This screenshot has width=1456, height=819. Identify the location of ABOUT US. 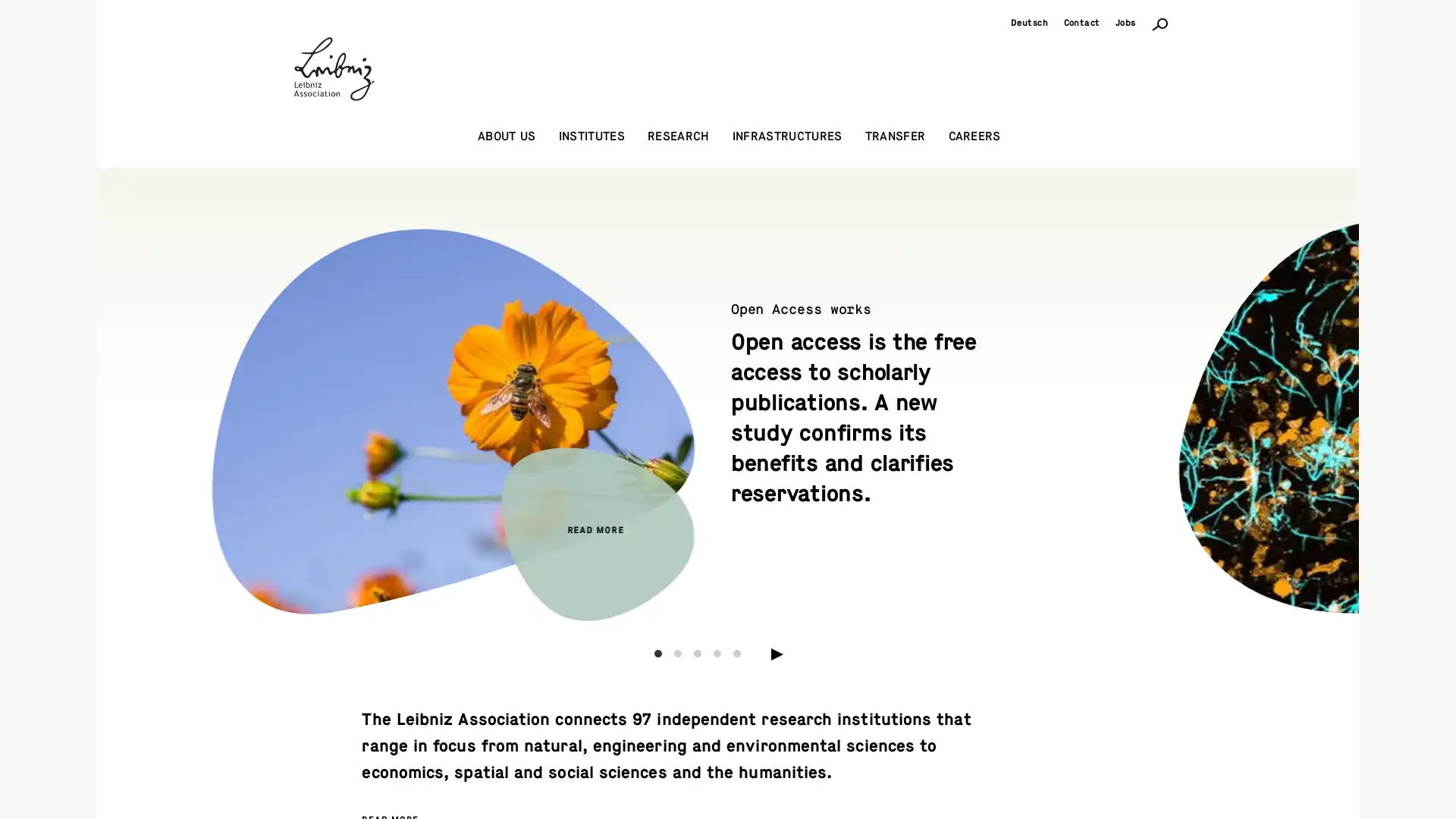
(506, 136).